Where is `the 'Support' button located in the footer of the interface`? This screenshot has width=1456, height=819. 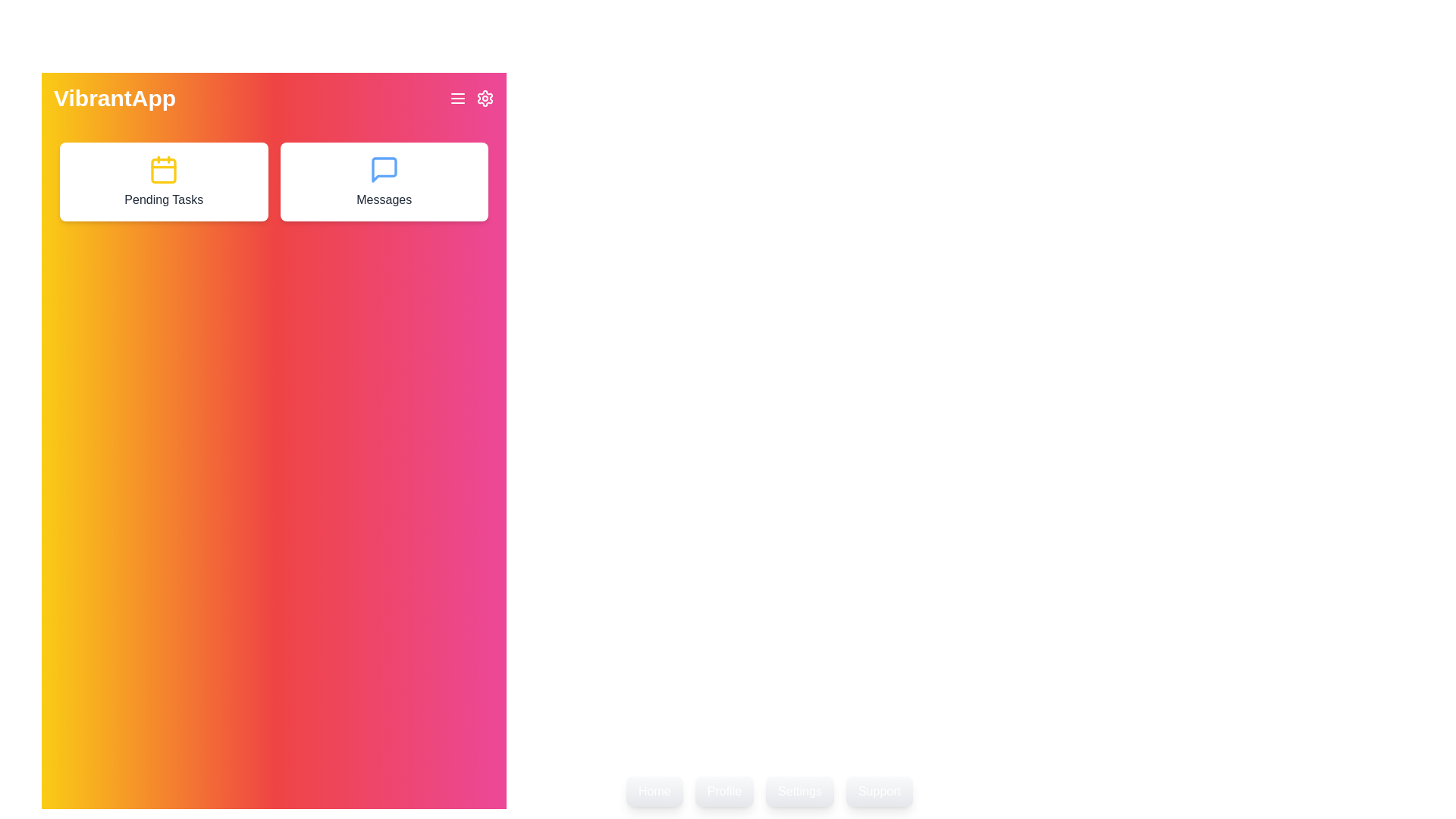
the 'Support' button located in the footer of the interface is located at coordinates (879, 791).